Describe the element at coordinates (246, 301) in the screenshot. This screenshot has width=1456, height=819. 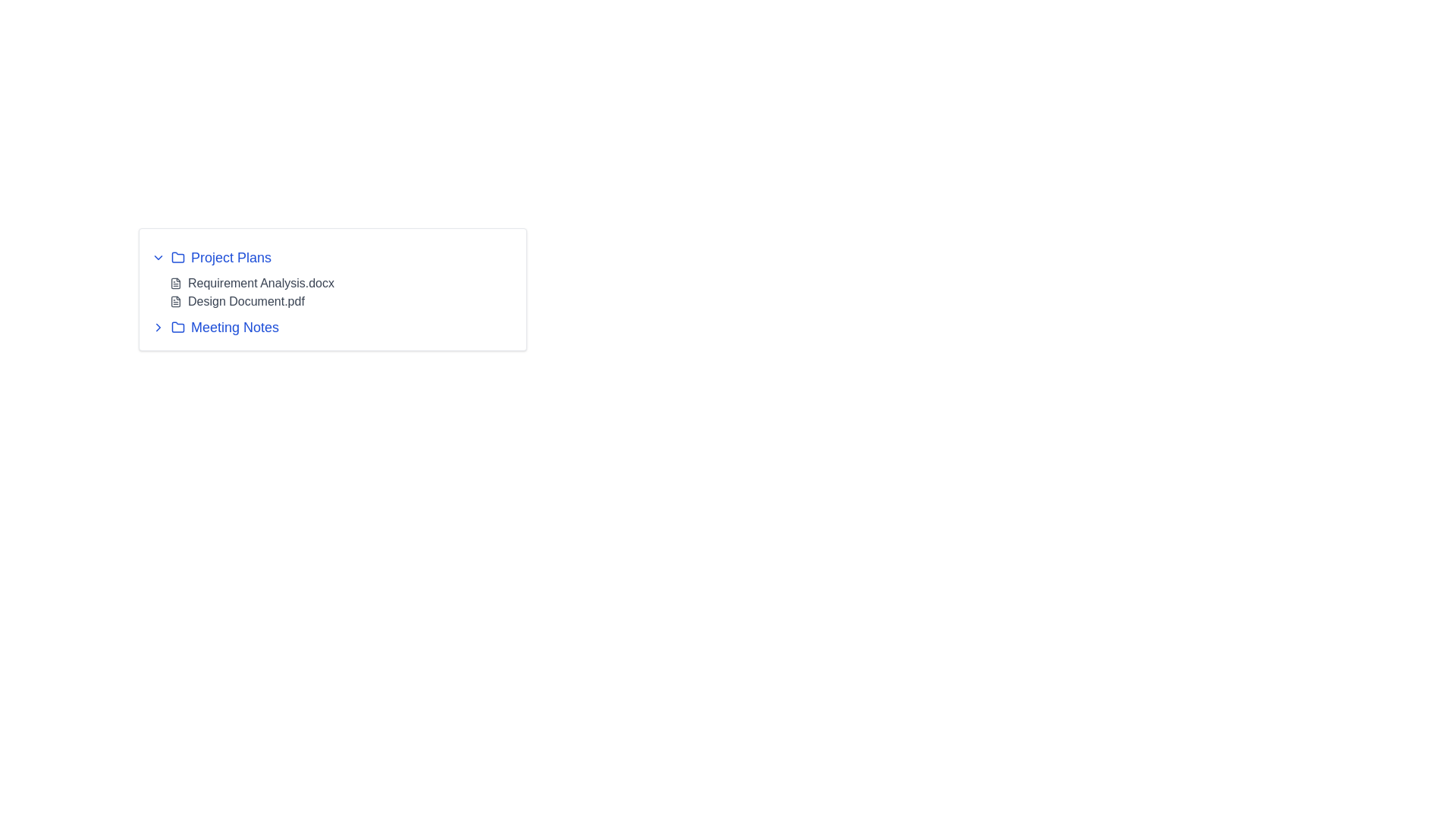
I see `the text label indicating the file named 'Design Document.pdf' located under the 'Project Plans' section, which is the second document listed` at that location.